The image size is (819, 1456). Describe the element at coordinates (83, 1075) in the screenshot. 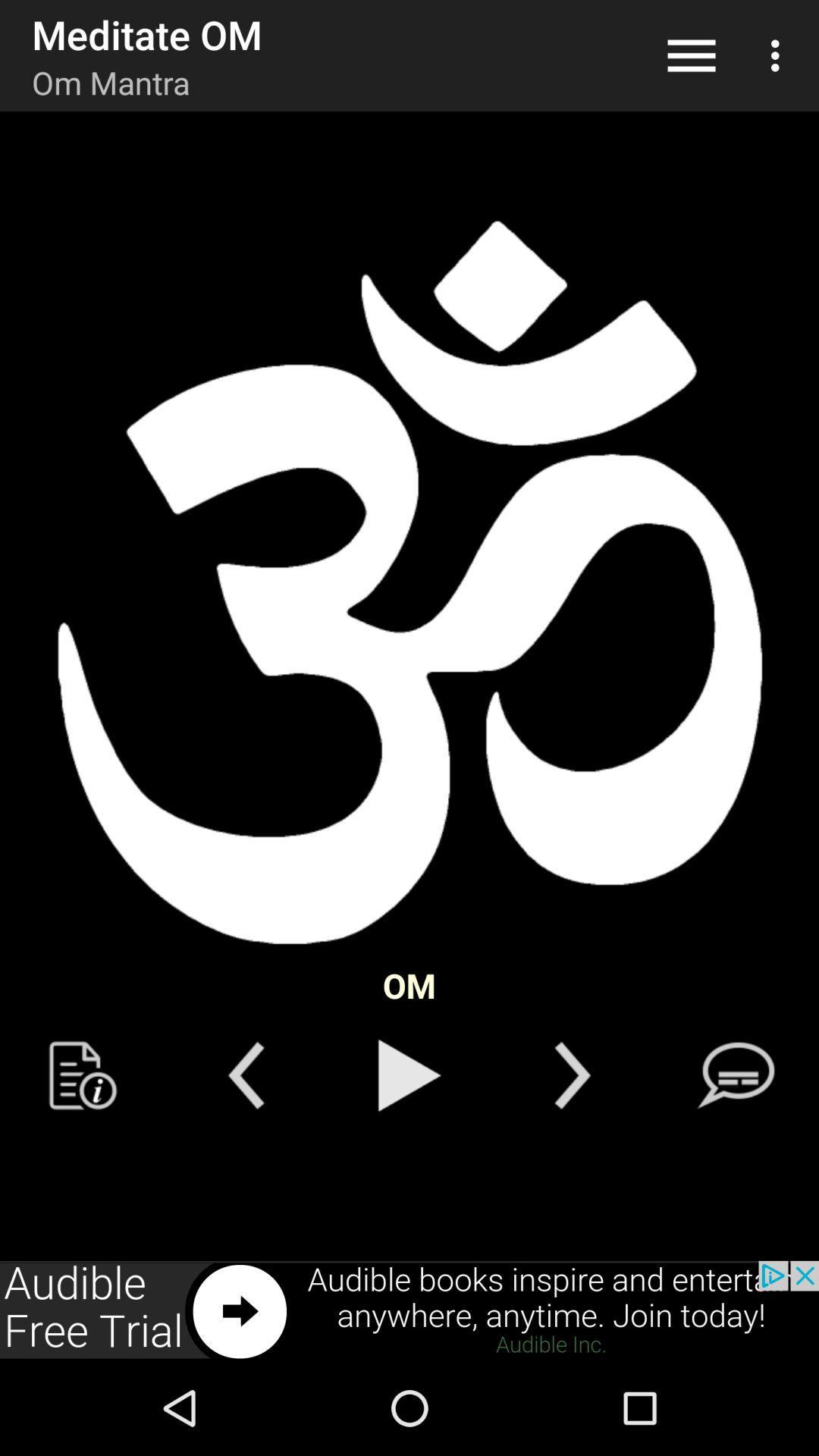

I see `icon button` at that location.